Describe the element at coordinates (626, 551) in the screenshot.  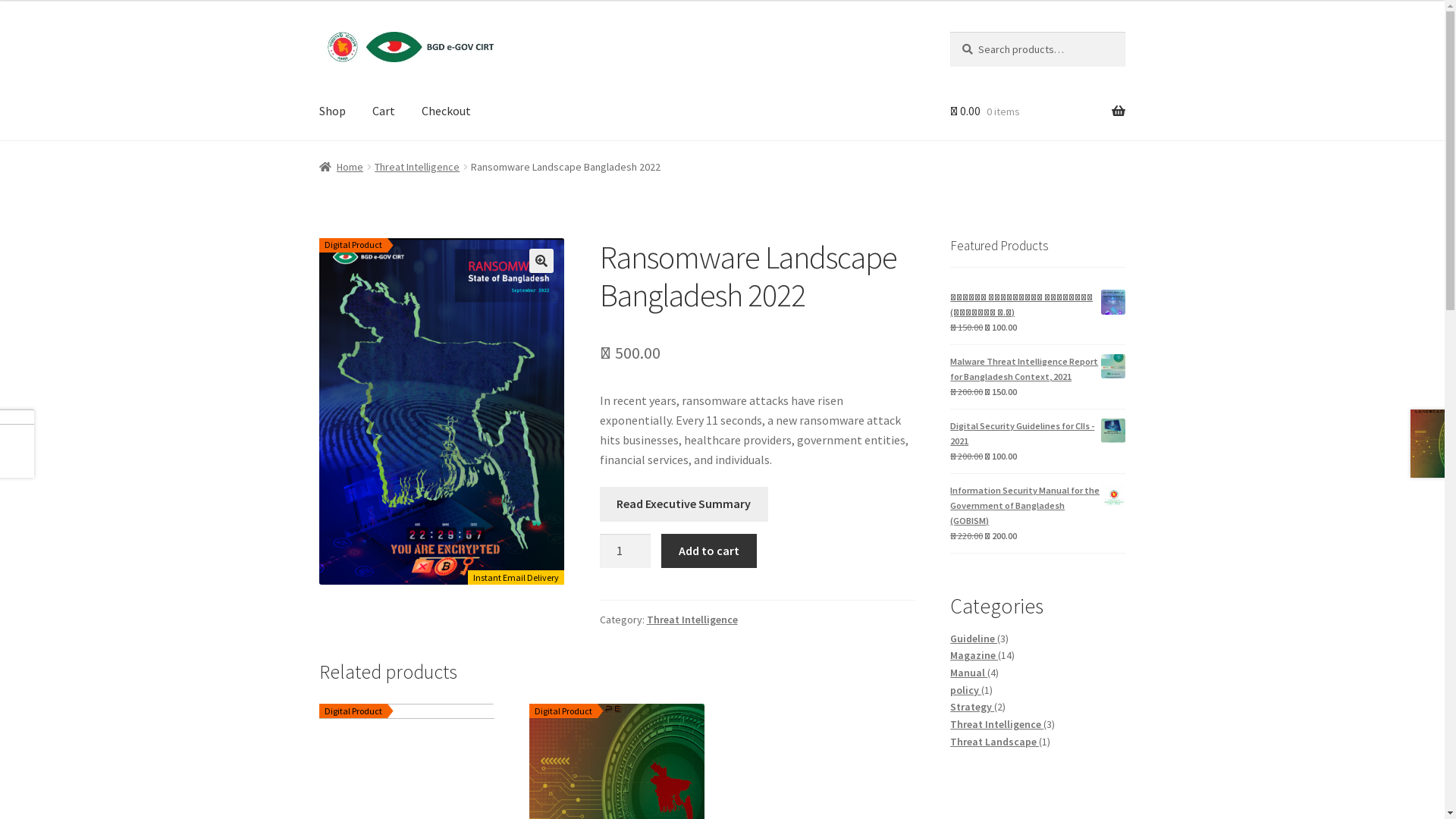
I see `'Qty'` at that location.